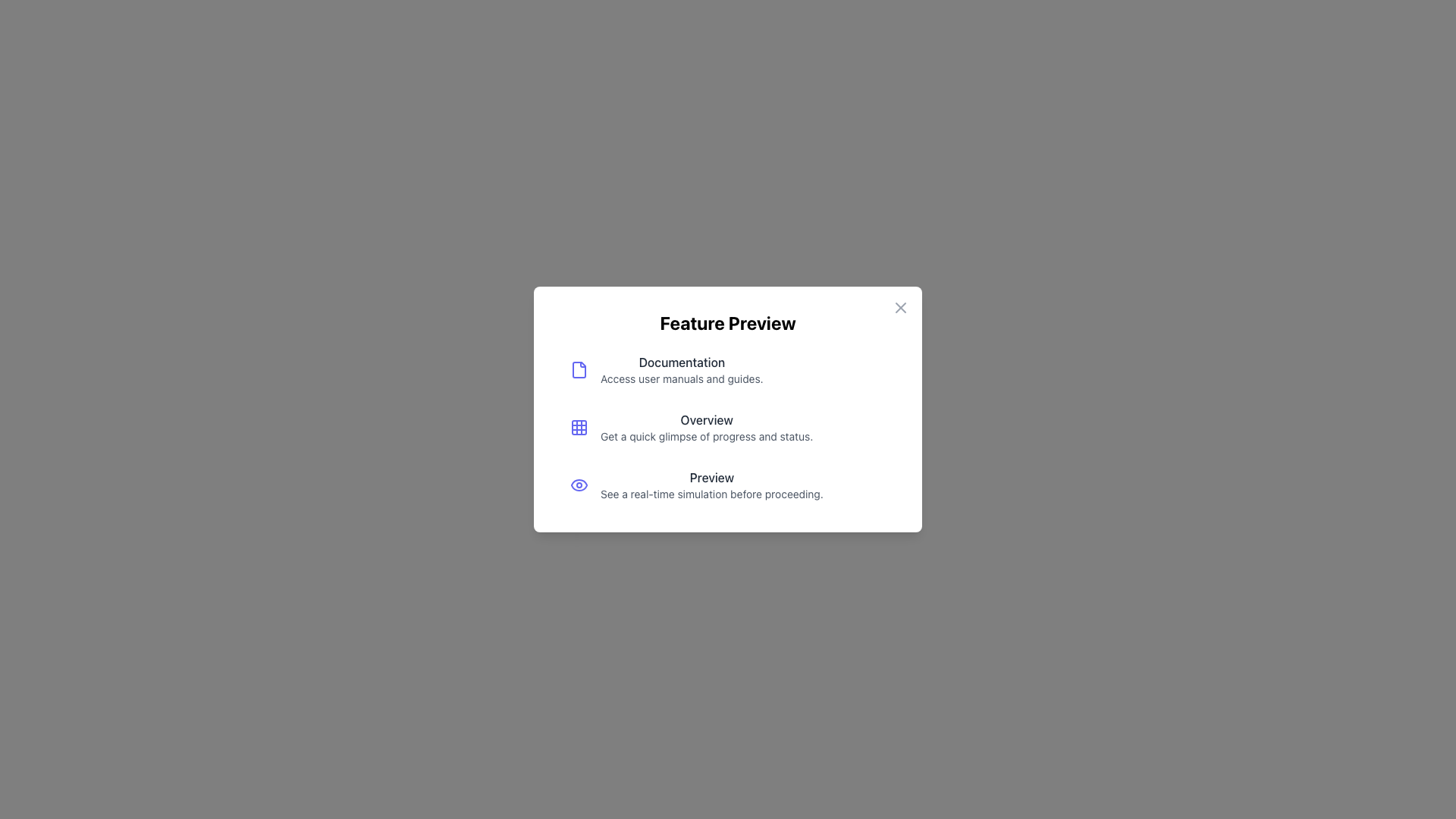 The image size is (1456, 819). Describe the element at coordinates (706, 436) in the screenshot. I see `the descriptive text label located directly below the 'Overview' title, which provides additional context for the section` at that location.